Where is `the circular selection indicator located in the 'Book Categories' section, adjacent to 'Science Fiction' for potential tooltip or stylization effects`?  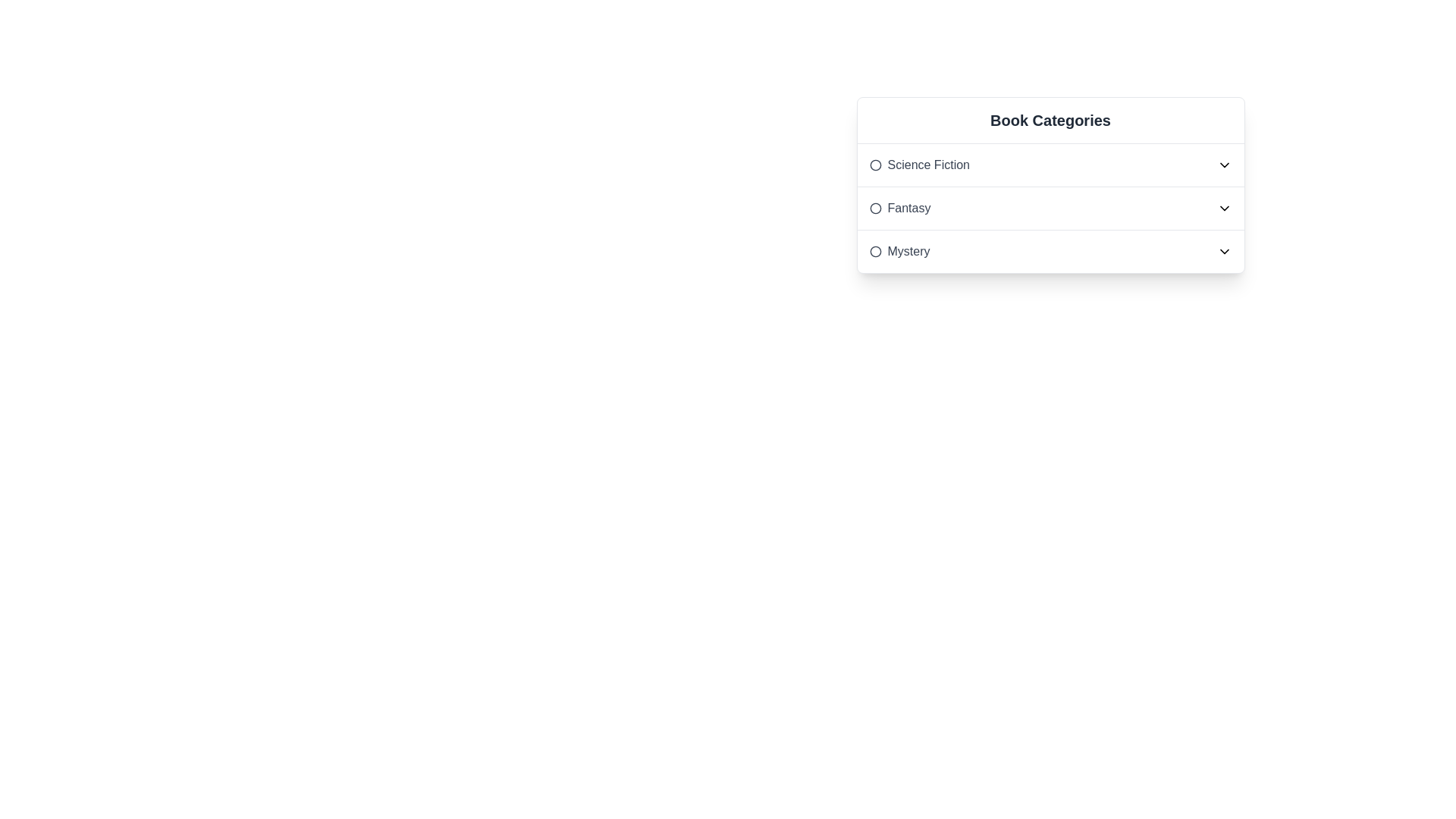 the circular selection indicator located in the 'Book Categories' section, adjacent to 'Science Fiction' for potential tooltip or stylization effects is located at coordinates (875, 165).